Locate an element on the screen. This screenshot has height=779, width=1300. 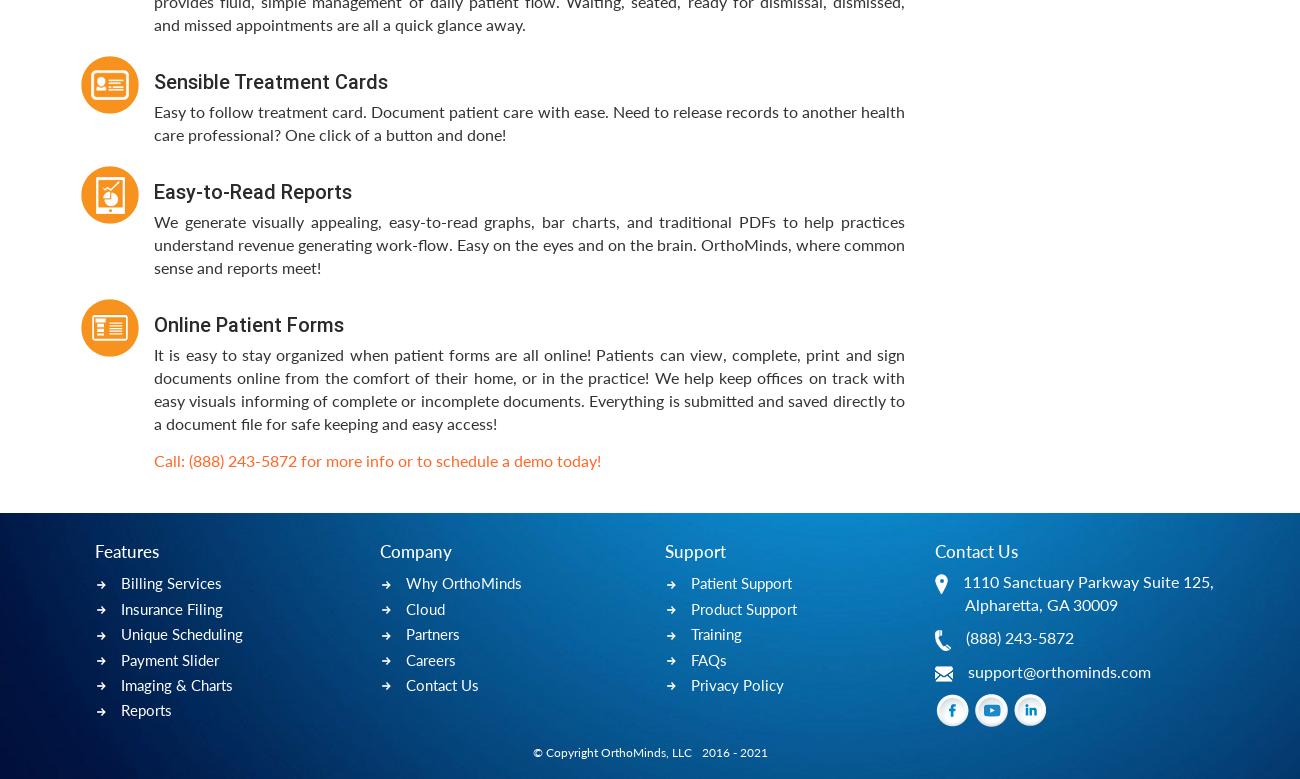
'Partners' is located at coordinates (433, 634).